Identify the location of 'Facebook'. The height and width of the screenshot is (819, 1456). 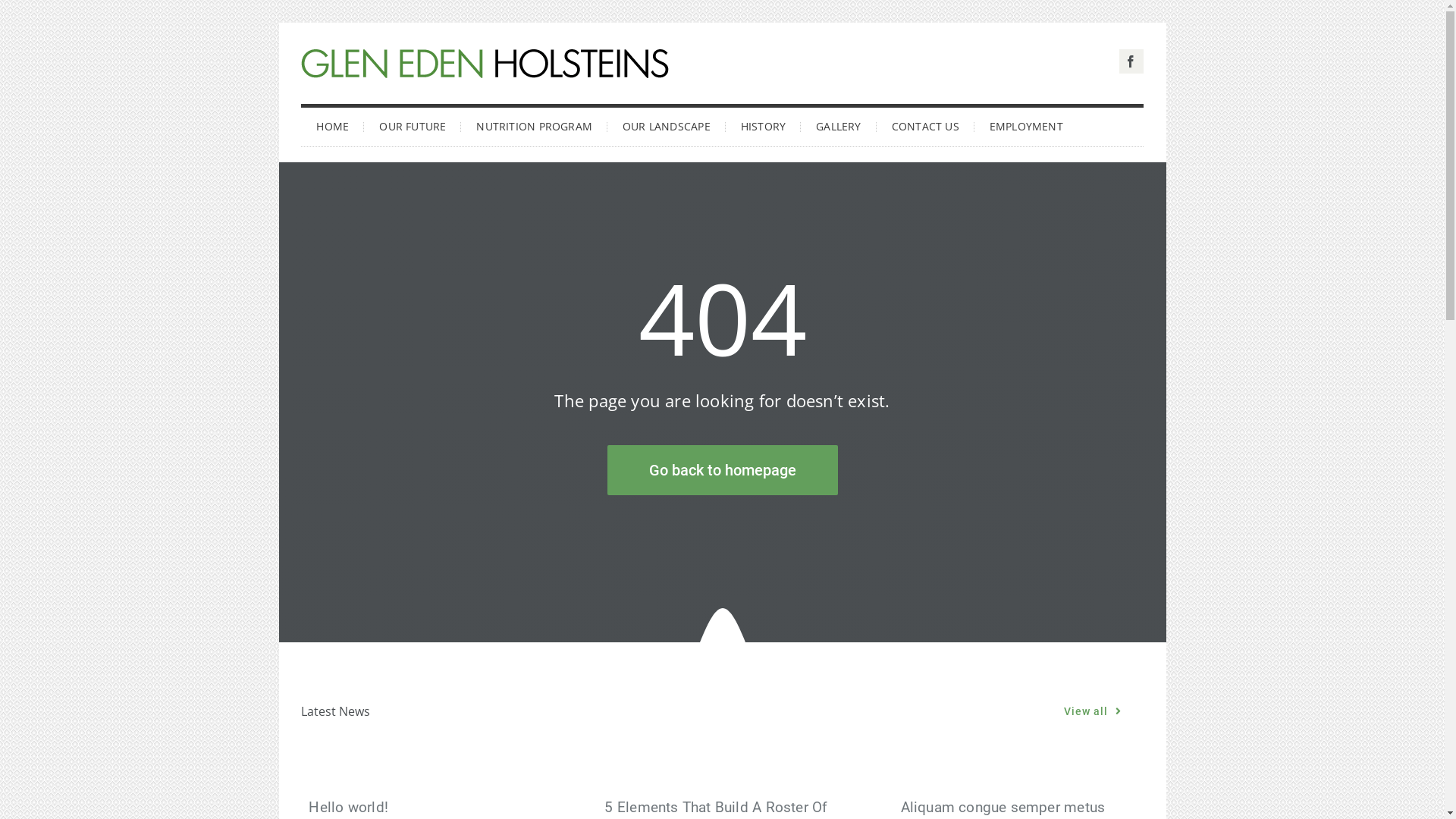
(1119, 61).